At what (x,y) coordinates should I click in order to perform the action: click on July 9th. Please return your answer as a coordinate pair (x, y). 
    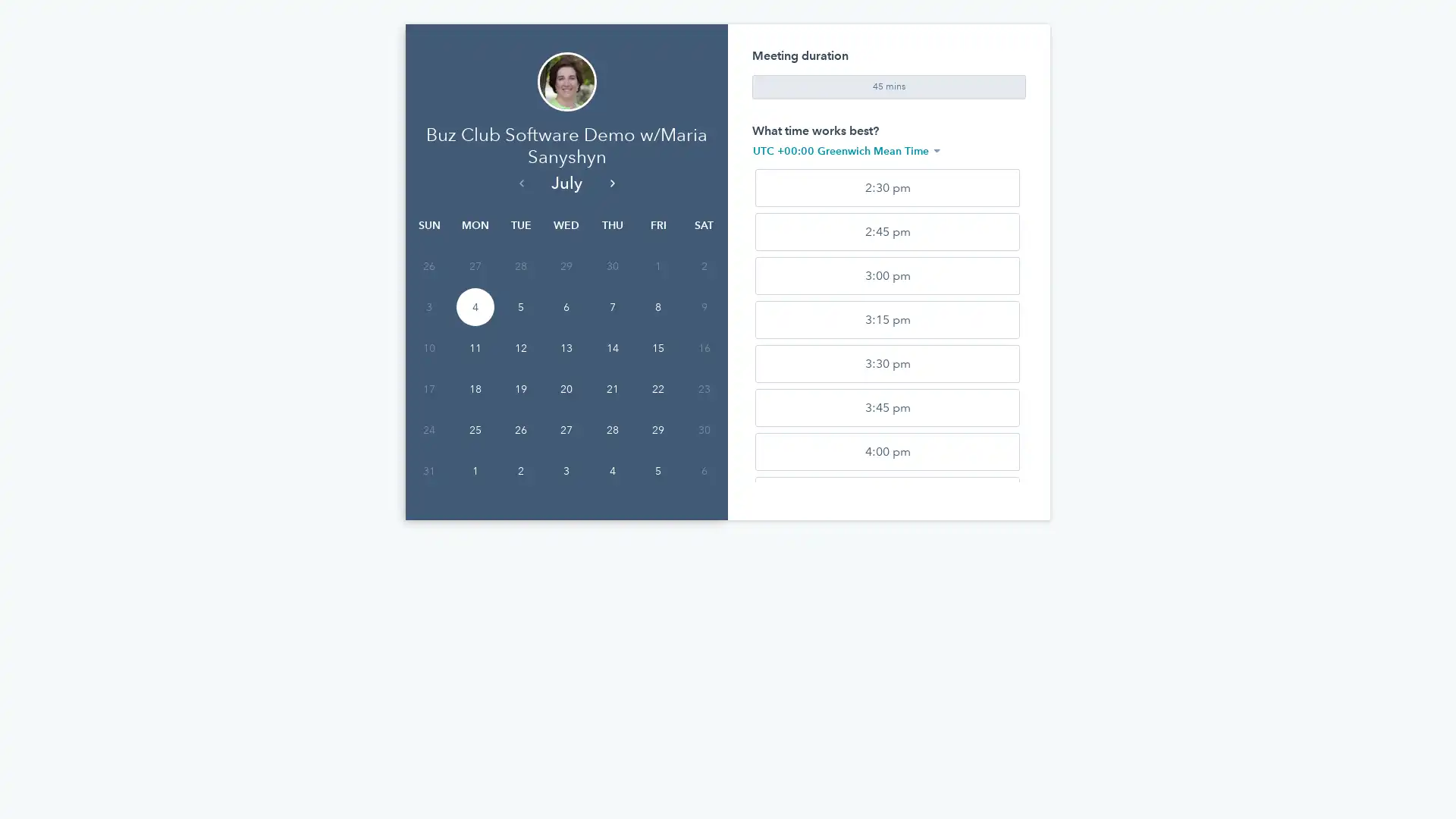
    Looking at the image, I should click on (702, 365).